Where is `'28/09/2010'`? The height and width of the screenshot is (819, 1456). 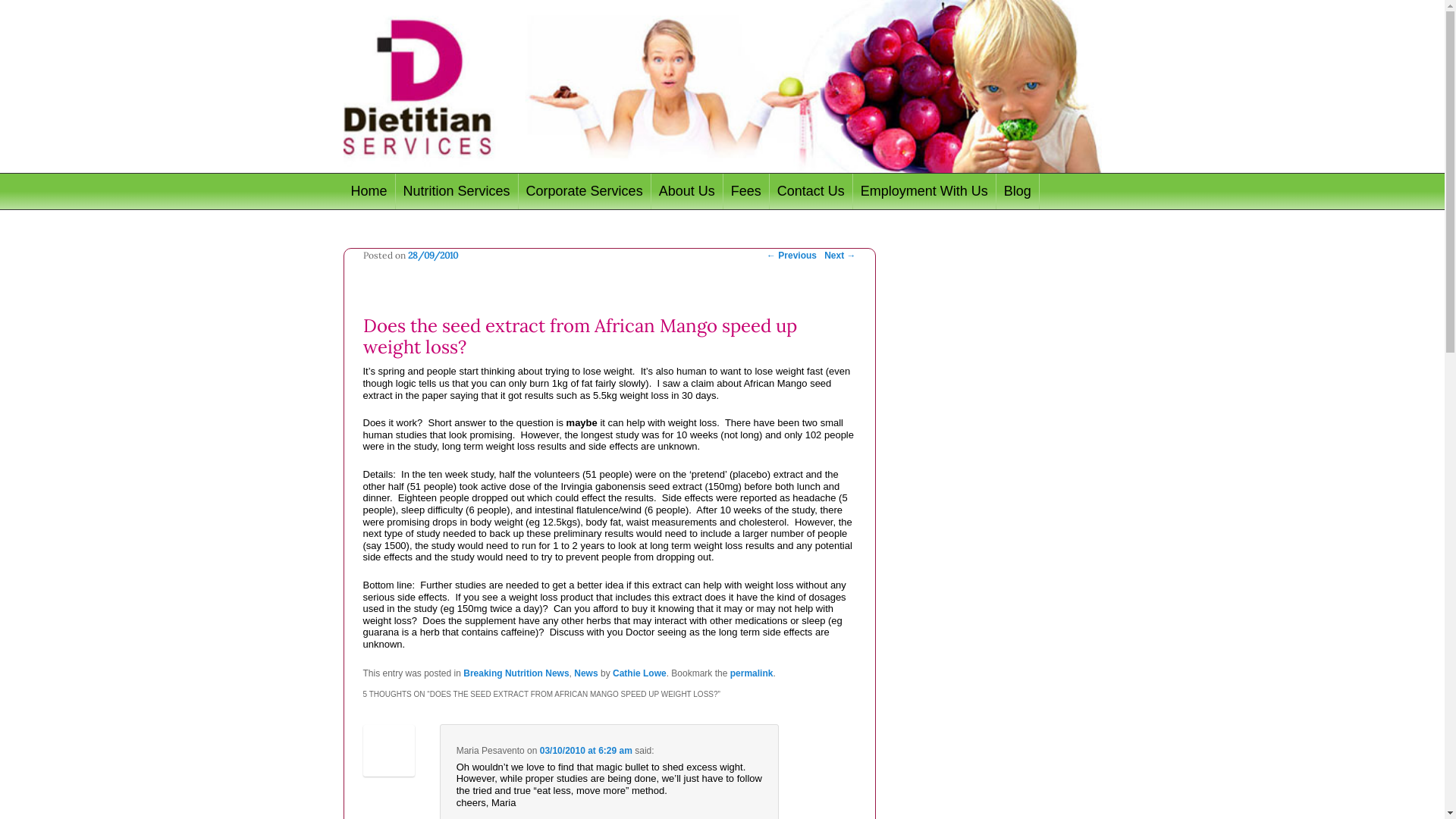 '28/09/2010' is located at coordinates (432, 254).